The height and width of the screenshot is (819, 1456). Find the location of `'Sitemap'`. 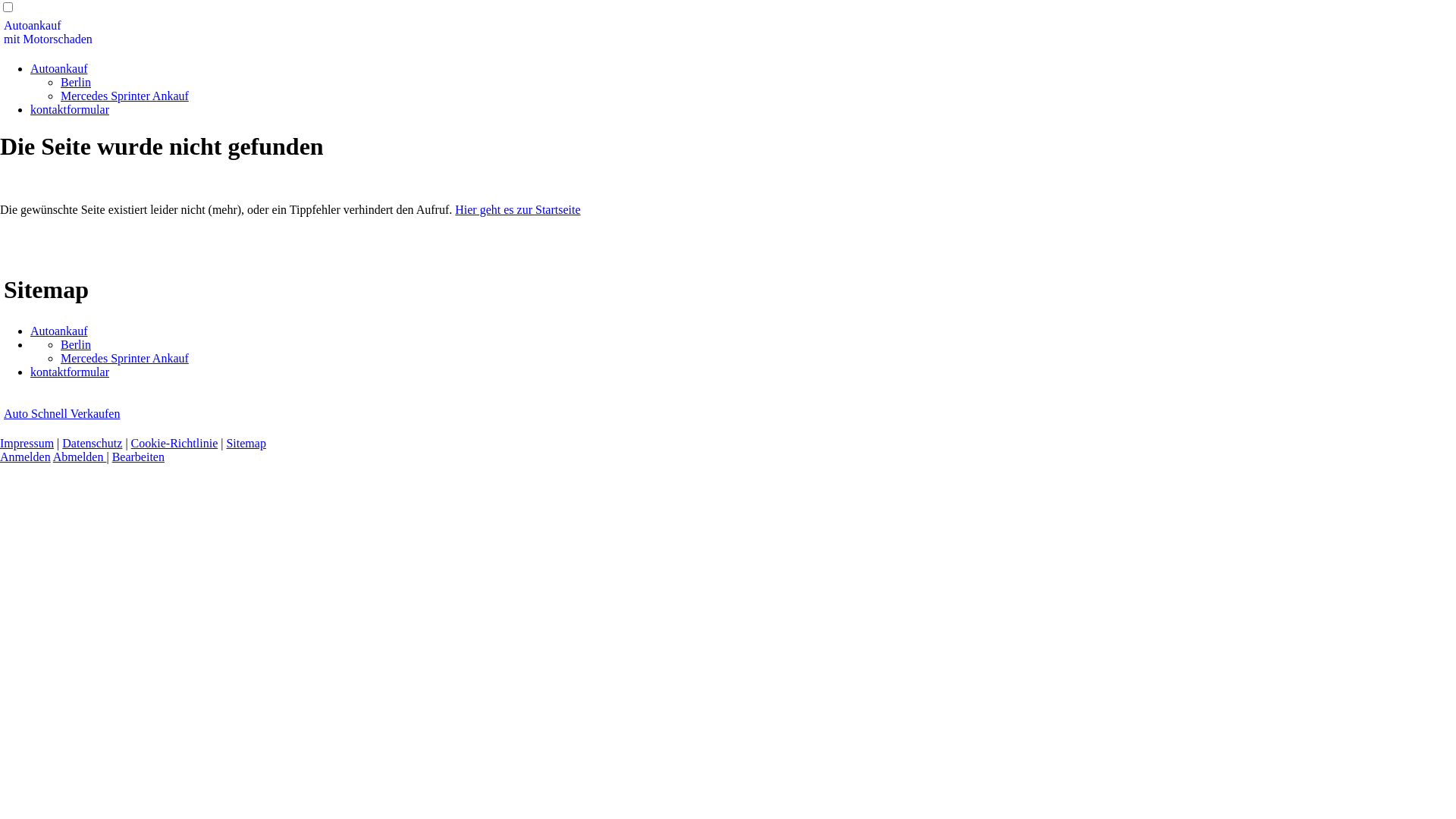

'Sitemap' is located at coordinates (246, 443).